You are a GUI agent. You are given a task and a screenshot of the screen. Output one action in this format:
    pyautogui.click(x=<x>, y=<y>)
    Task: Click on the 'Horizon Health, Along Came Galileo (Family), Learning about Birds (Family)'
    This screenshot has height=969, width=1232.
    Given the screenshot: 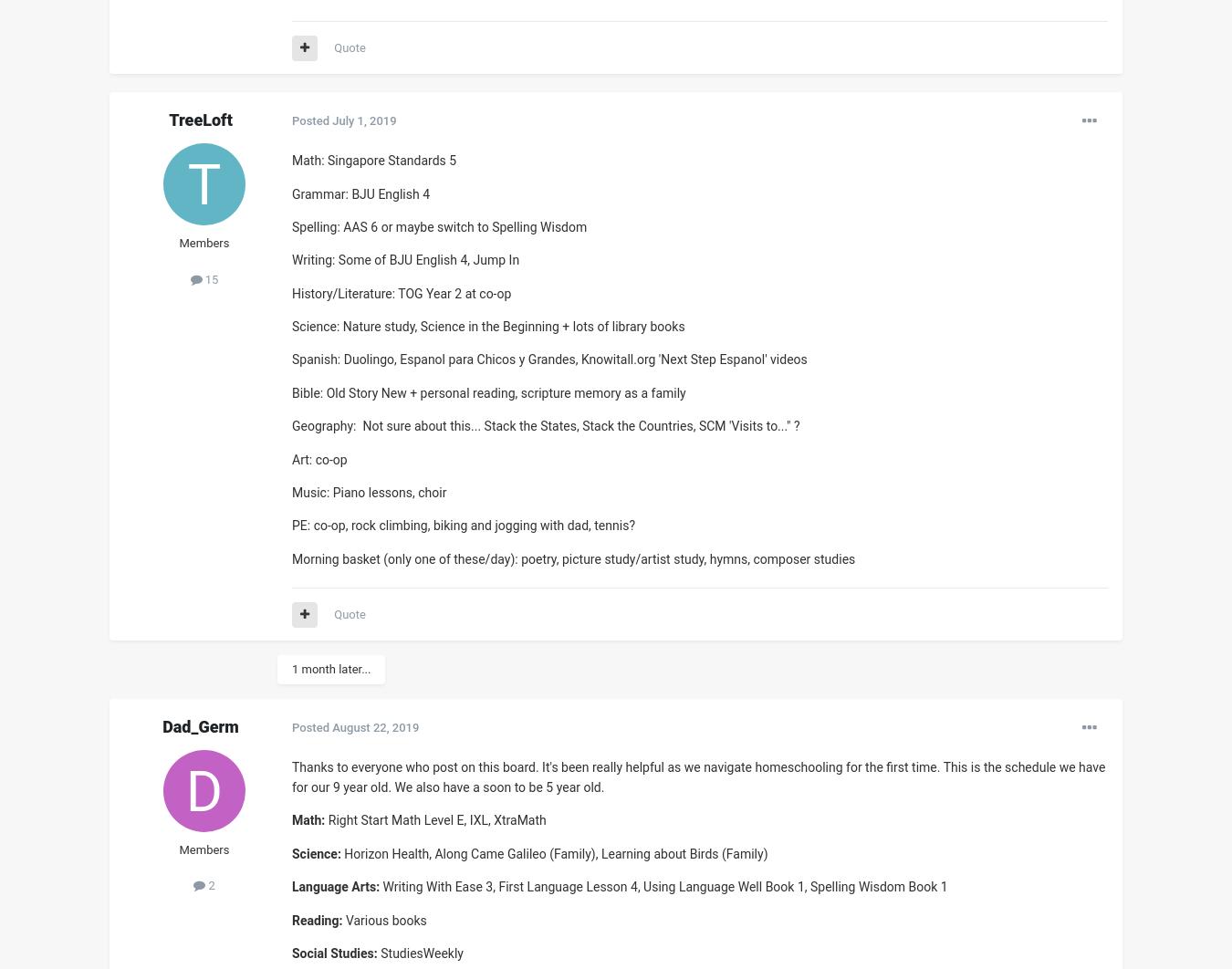 What is the action you would take?
    pyautogui.click(x=555, y=851)
    